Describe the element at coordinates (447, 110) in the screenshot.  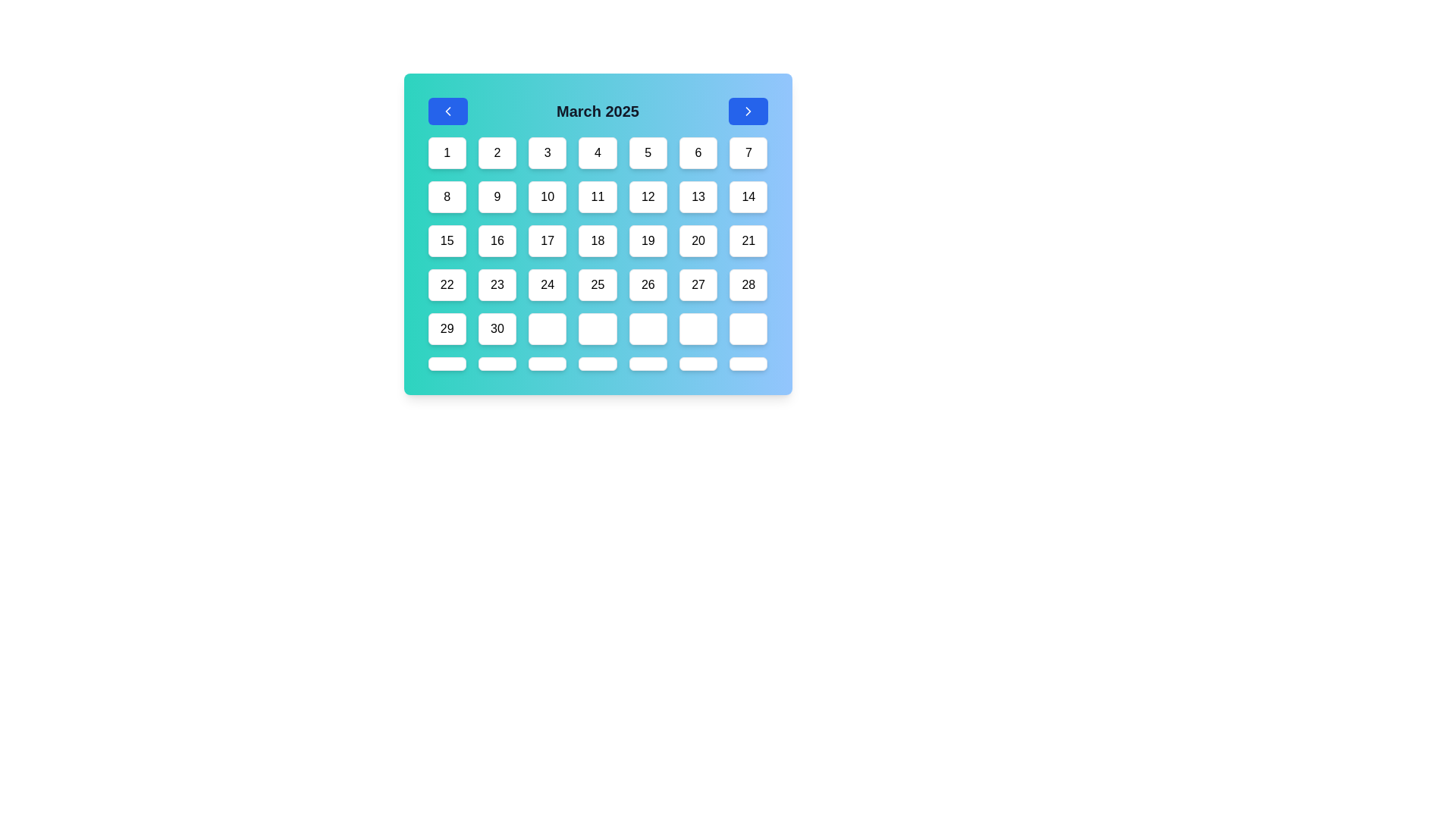
I see `the previous navigation icon located in the top-left side of the calendar interface` at that location.